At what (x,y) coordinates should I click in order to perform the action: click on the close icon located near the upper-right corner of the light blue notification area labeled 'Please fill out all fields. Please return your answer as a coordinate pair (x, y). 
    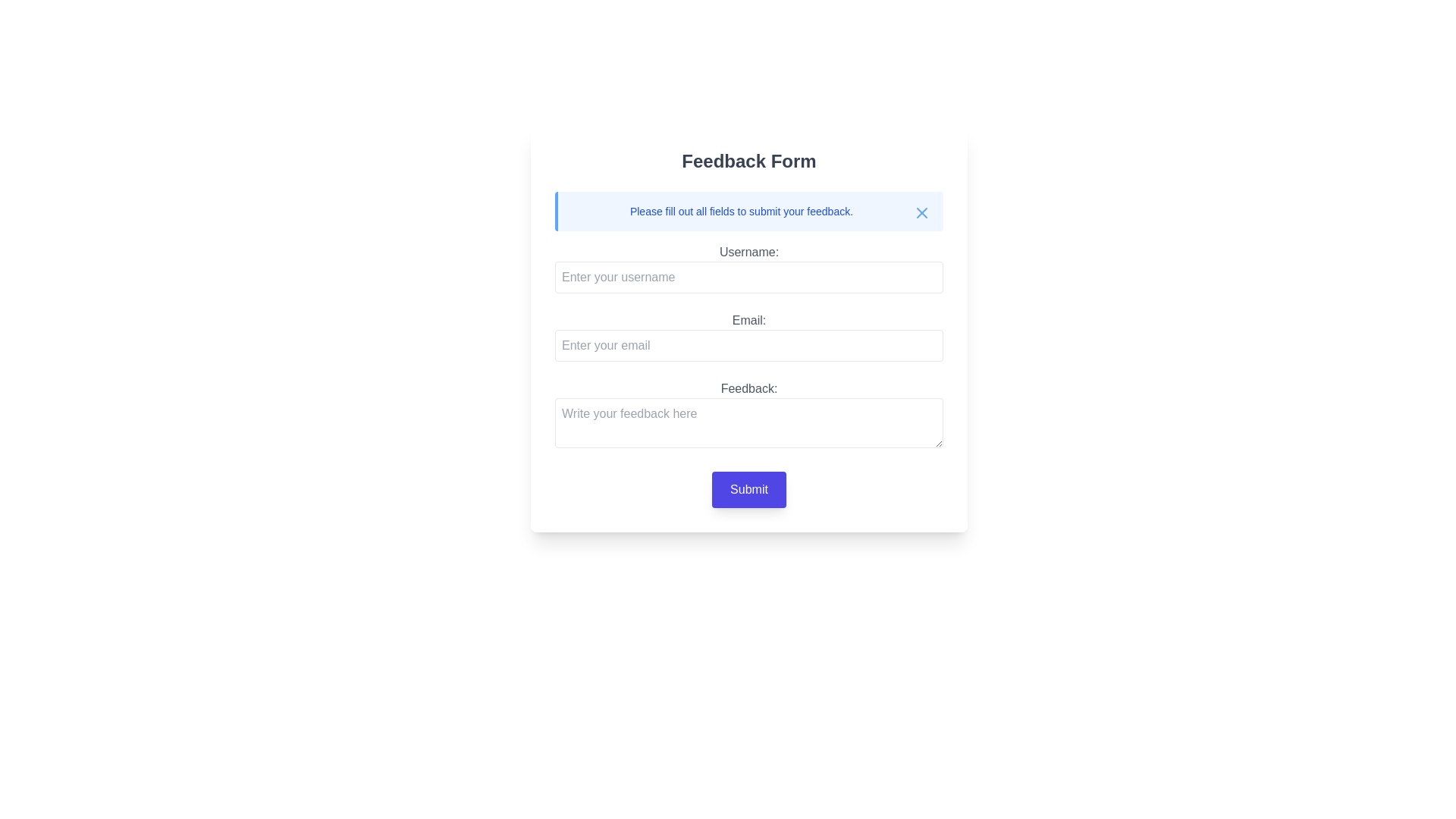
    Looking at the image, I should click on (921, 213).